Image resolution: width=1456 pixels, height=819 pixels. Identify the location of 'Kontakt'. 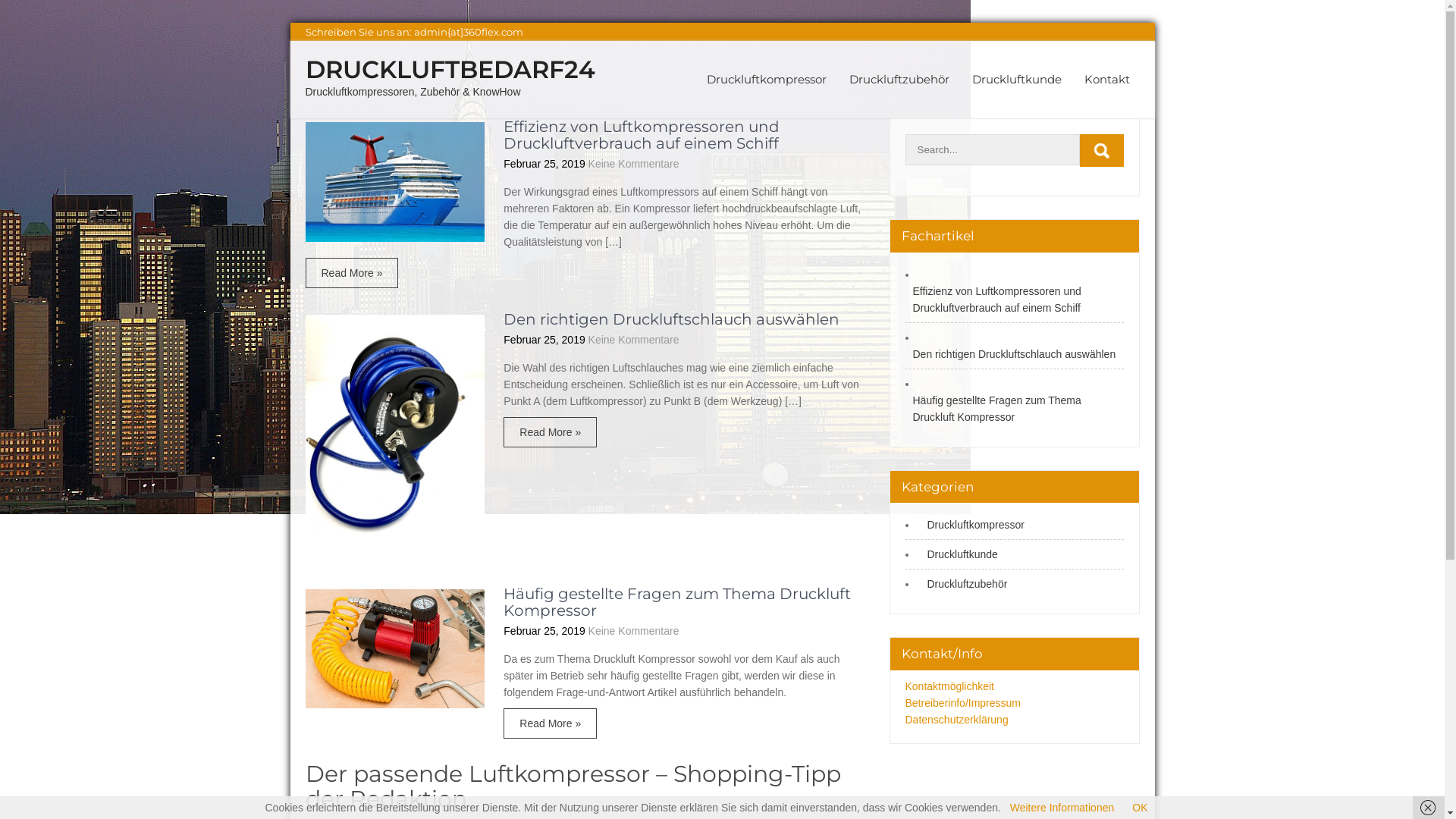
(1106, 79).